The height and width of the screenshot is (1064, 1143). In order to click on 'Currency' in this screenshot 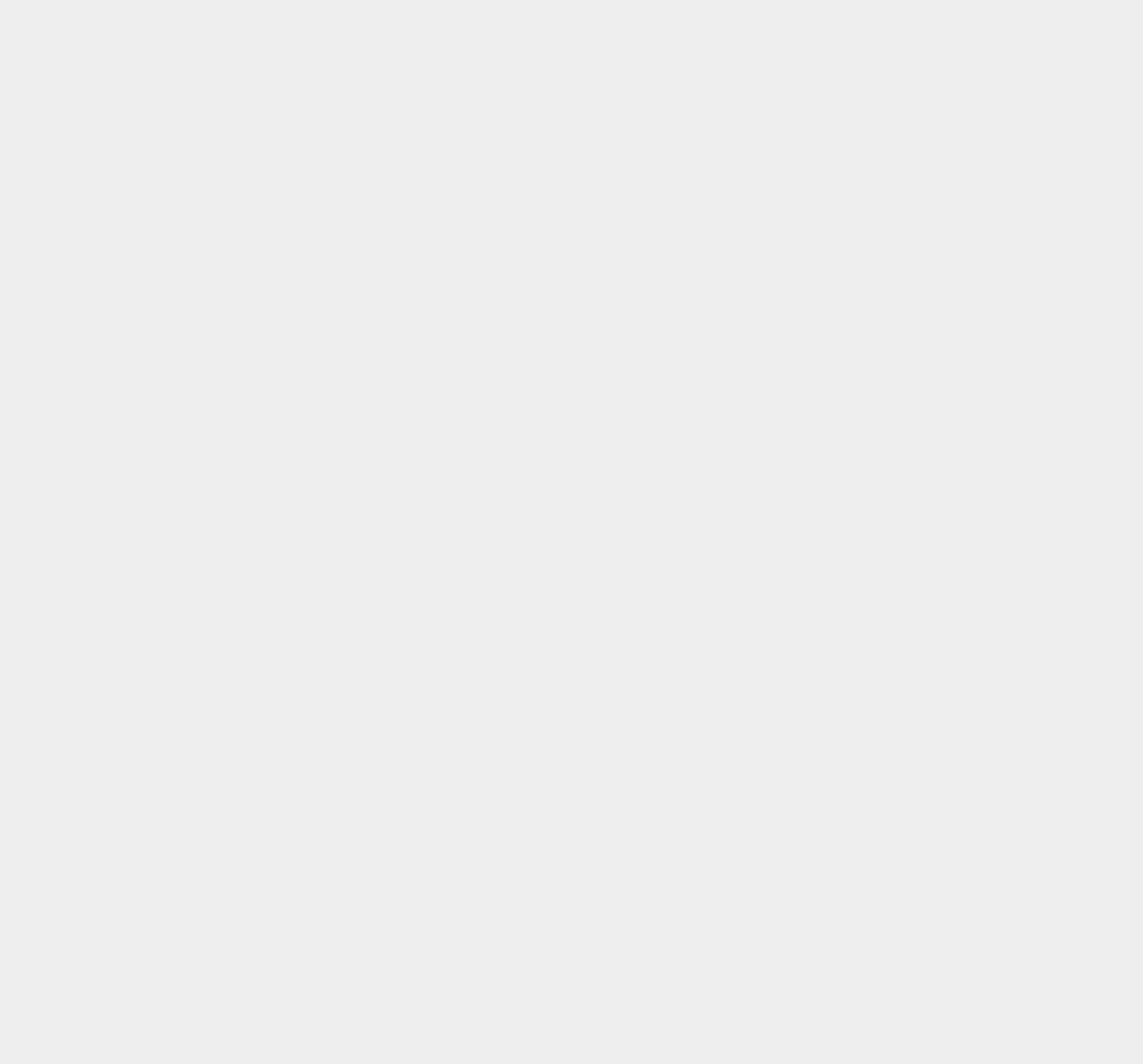, I will do `click(807, 369)`.